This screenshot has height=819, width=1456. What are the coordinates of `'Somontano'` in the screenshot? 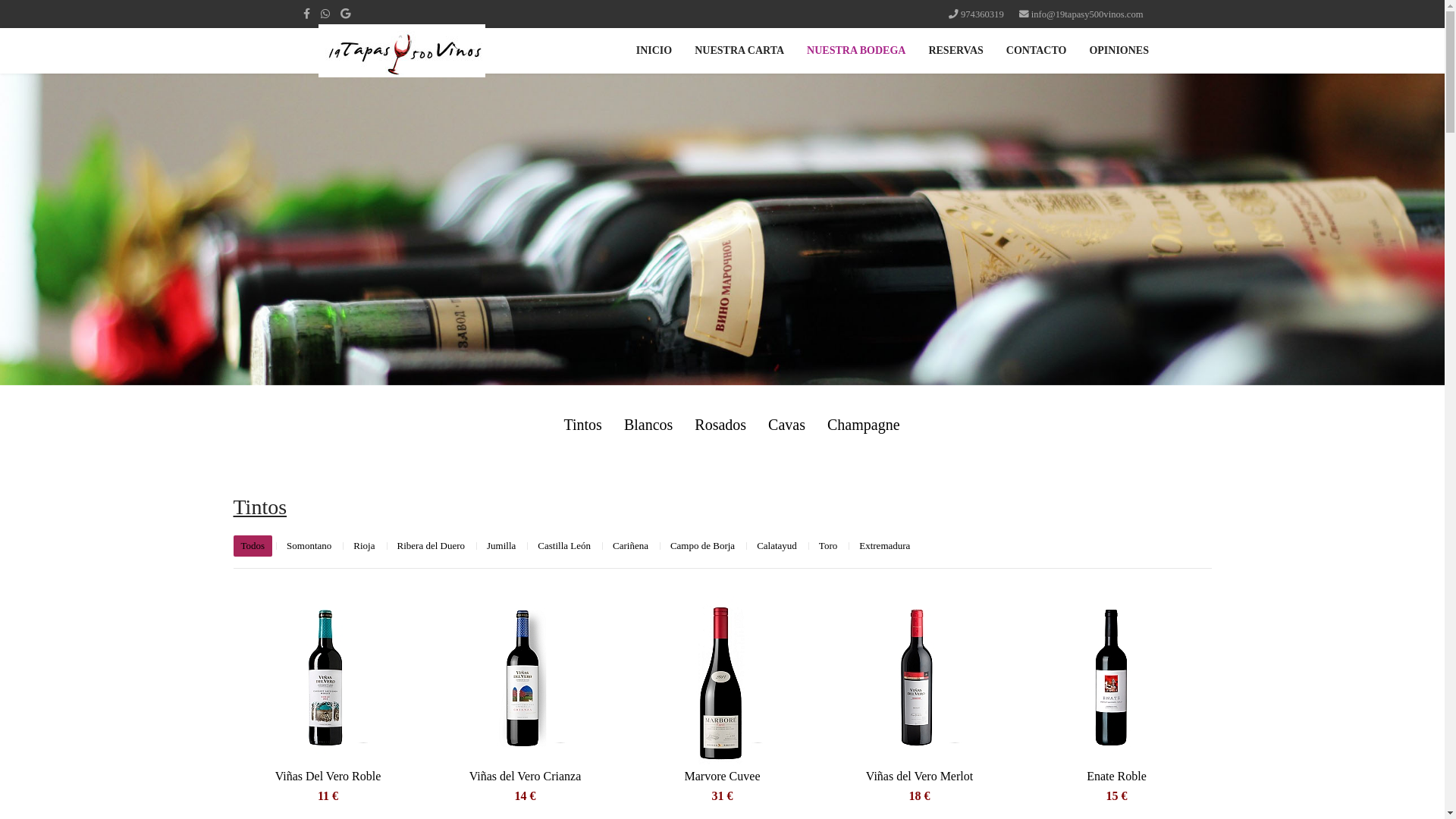 It's located at (279, 546).